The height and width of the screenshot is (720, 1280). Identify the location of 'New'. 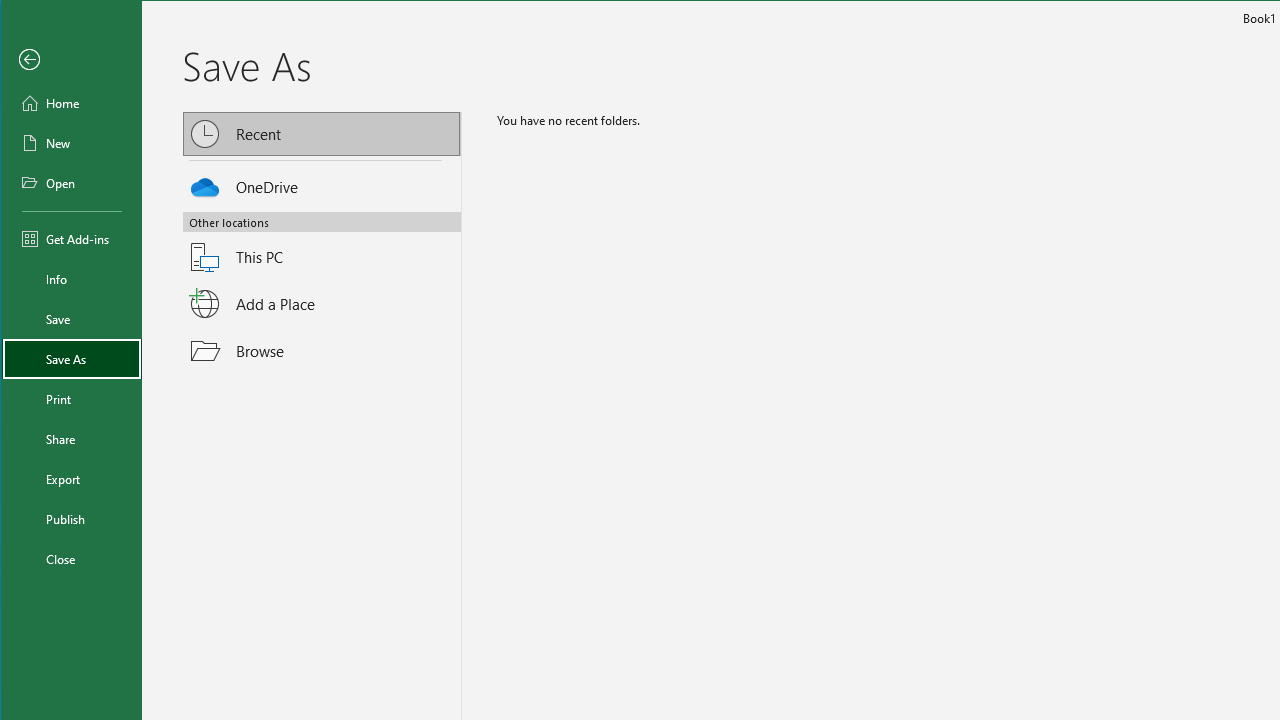
(72, 141).